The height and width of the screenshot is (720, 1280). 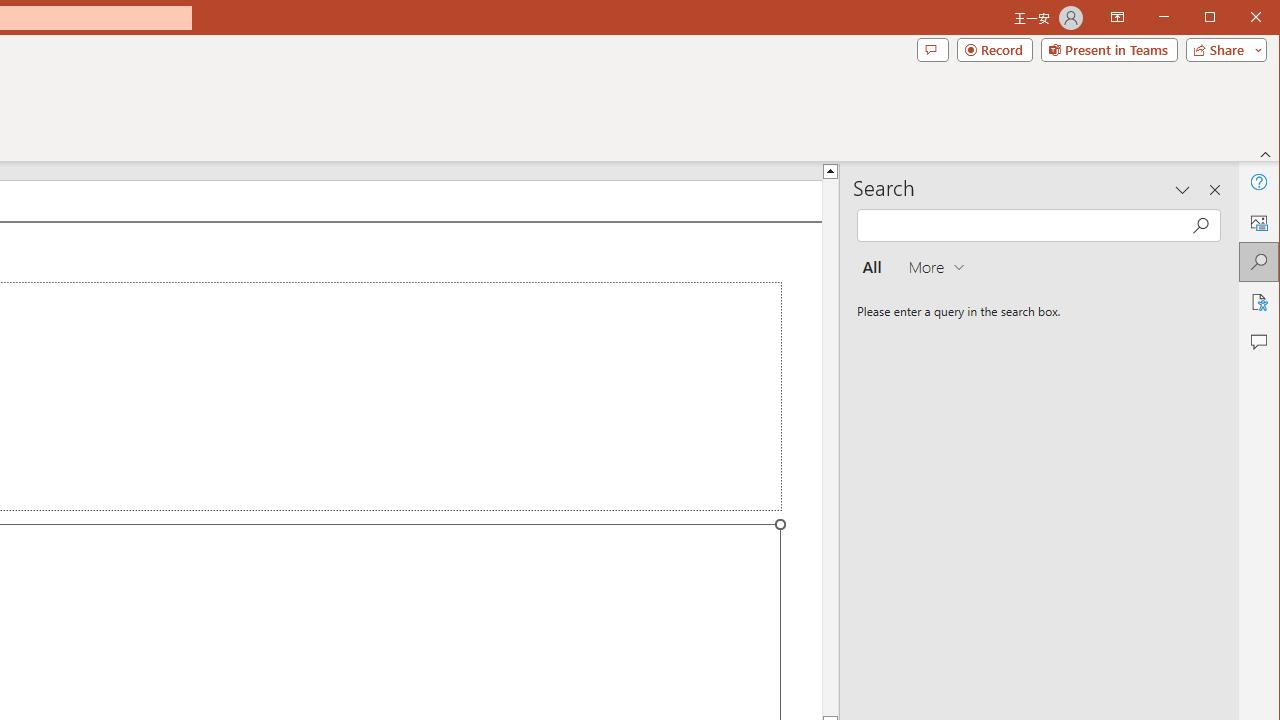 I want to click on 'Line up', so click(x=830, y=169).